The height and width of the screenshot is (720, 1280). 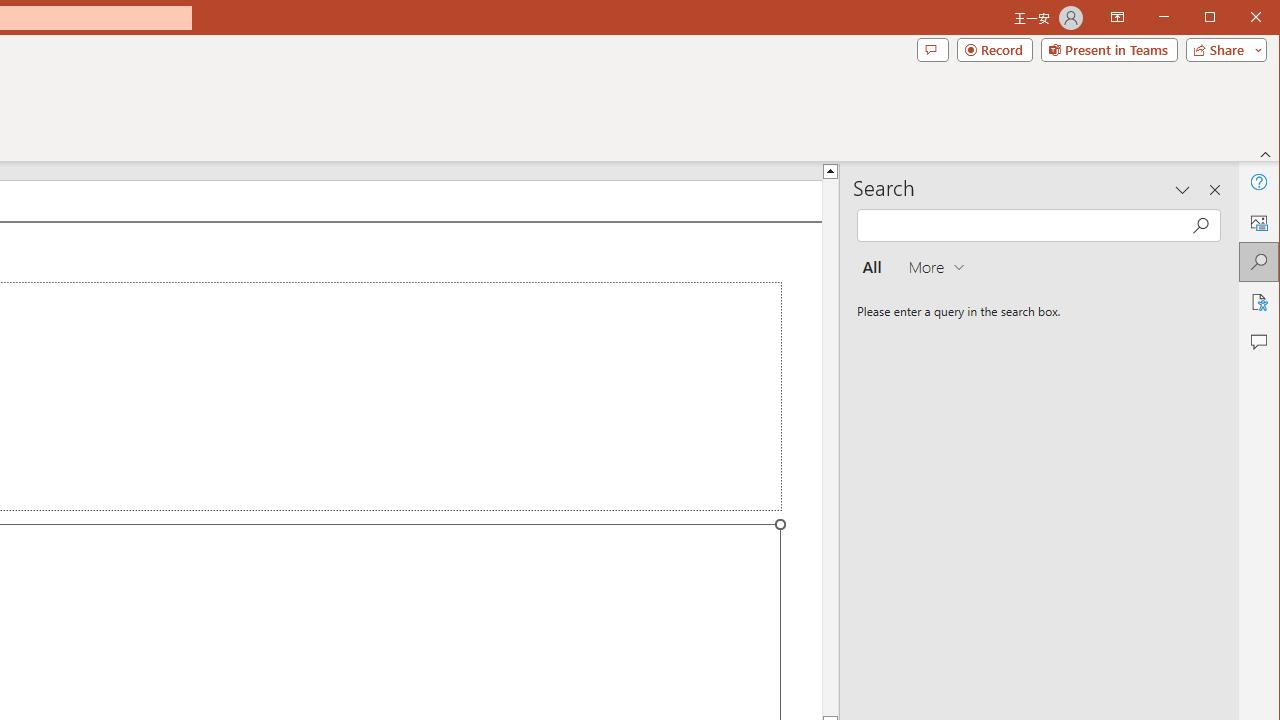 I want to click on 'Line up', so click(x=830, y=169).